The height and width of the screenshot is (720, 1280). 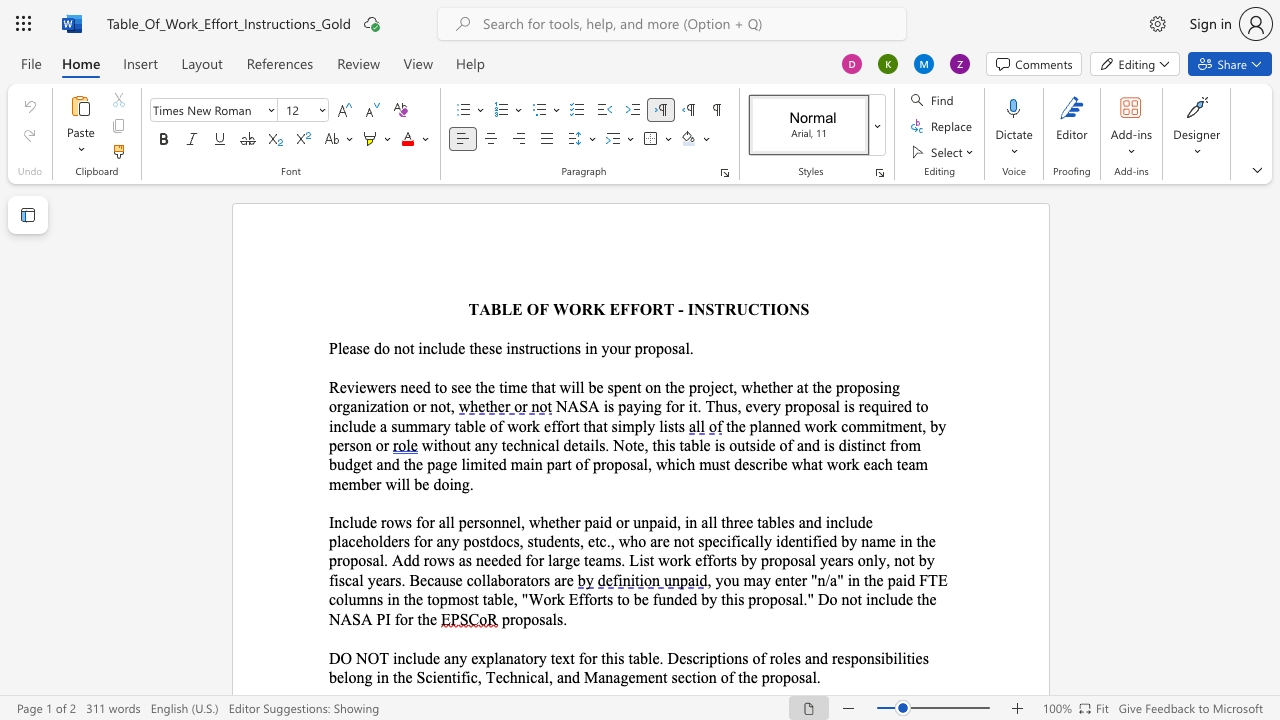 What do you see at coordinates (437, 405) in the screenshot?
I see `the space between the continuous character "n" and "o" in the text` at bounding box center [437, 405].